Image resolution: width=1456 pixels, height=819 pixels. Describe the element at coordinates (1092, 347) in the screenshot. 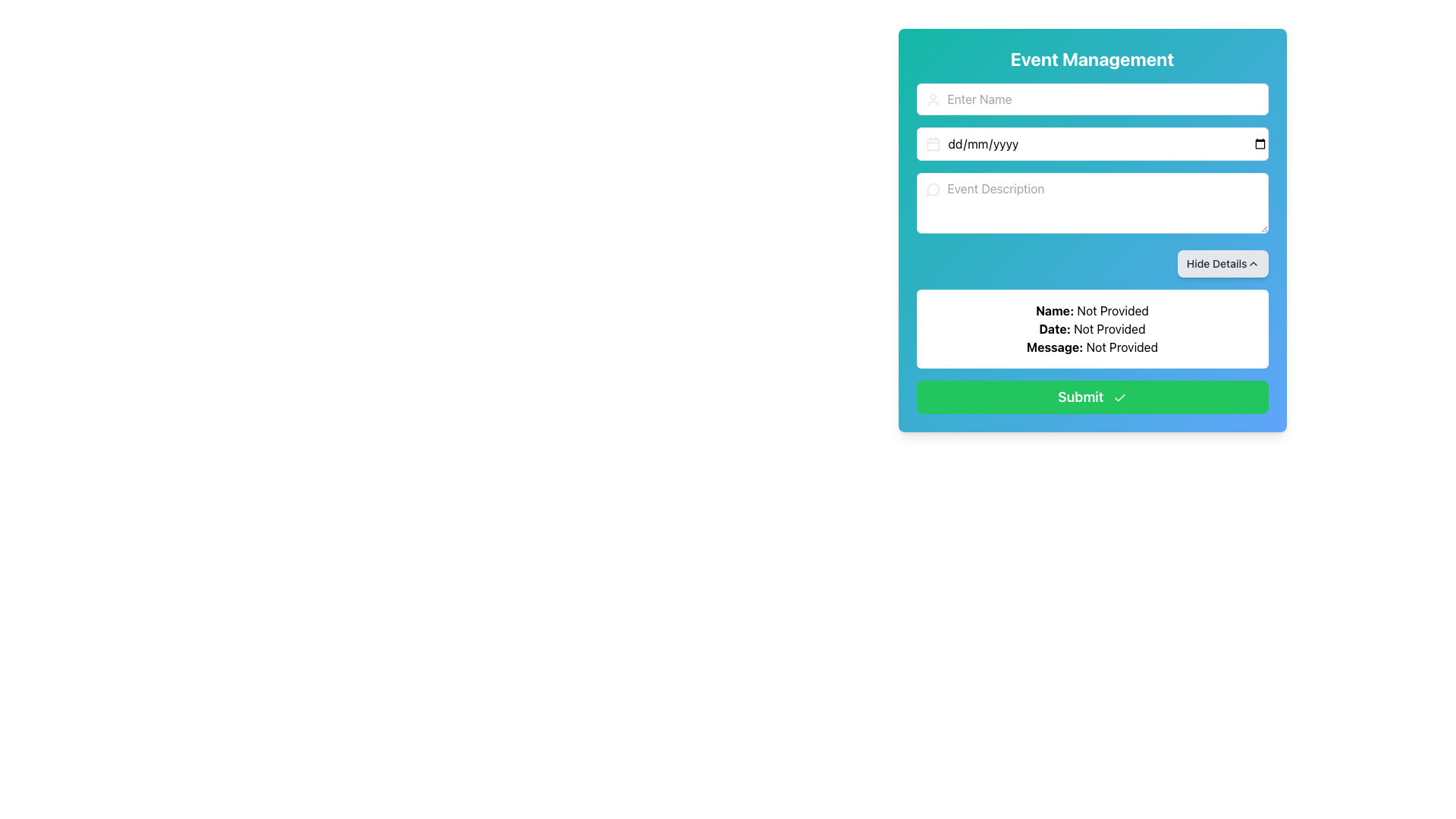

I see `the static text label displaying 'Message: Not Provided' which is the third text line in a group of labels, located above the green 'Submit' button` at that location.